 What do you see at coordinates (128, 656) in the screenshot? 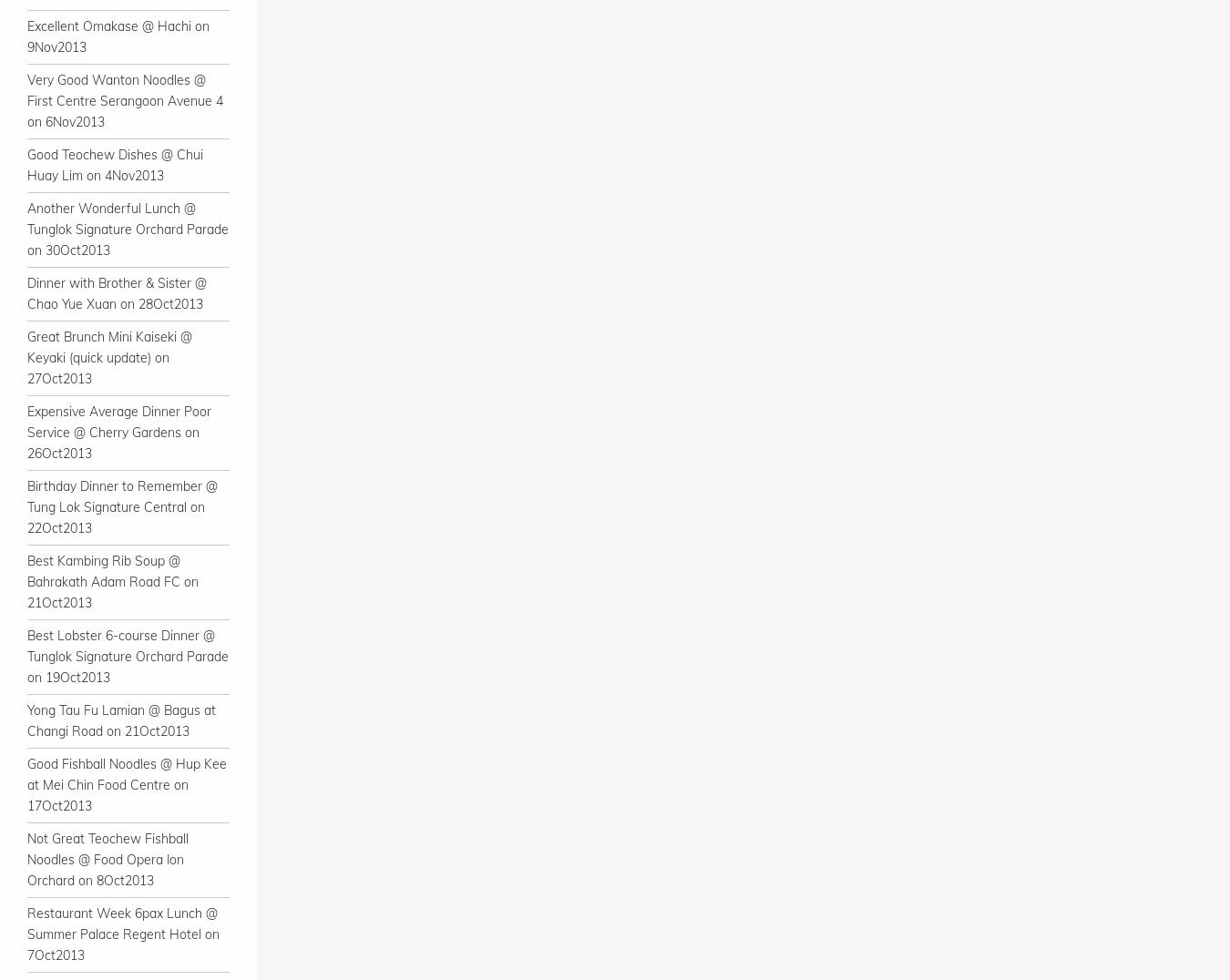
I see `'Best Lobster 6-course Dinner @ Tunglok Signature Orchard Parade on 19Oct2013'` at bounding box center [128, 656].